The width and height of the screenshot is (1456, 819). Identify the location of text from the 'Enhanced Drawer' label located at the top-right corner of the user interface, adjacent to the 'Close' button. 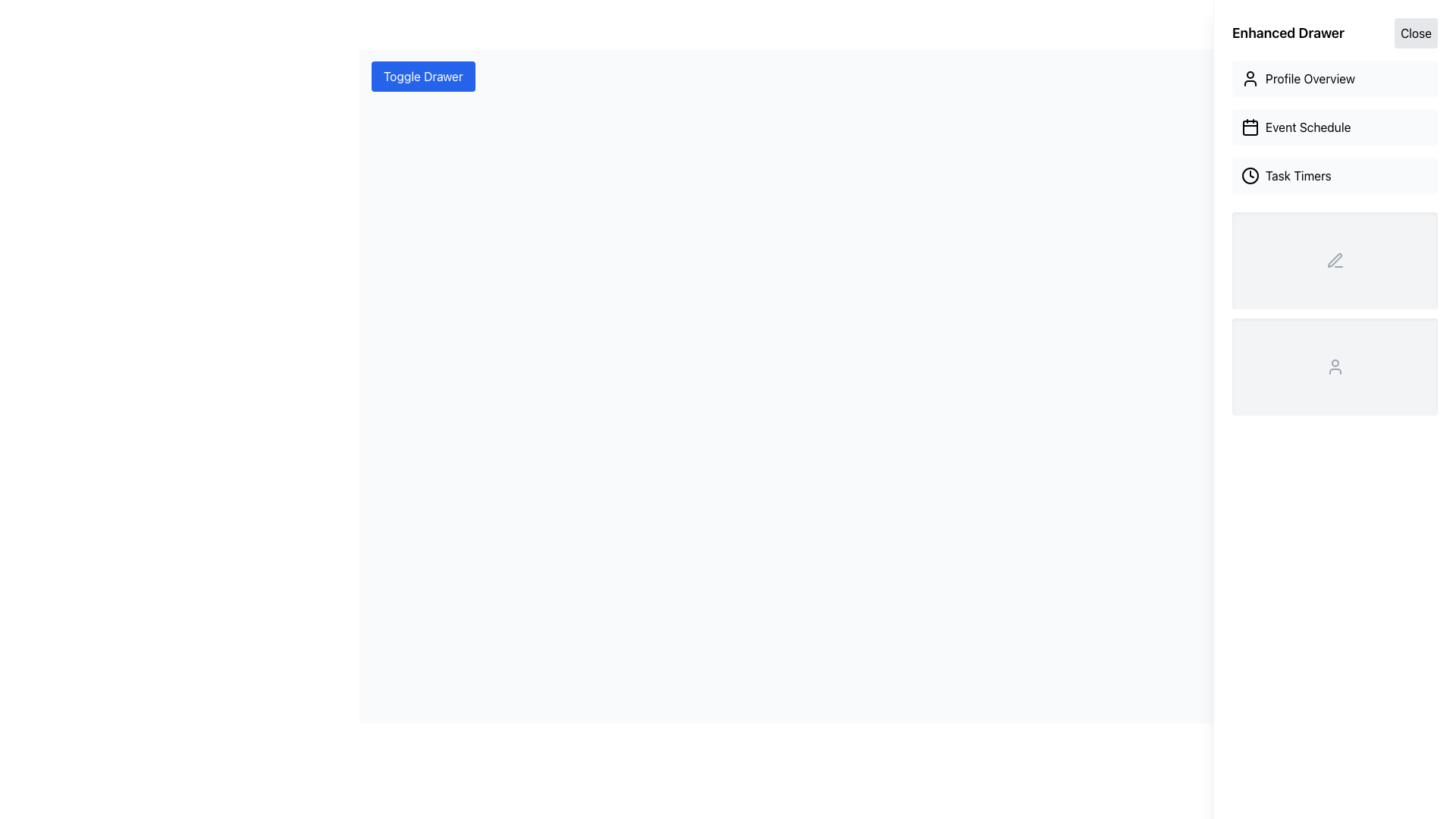
(1288, 33).